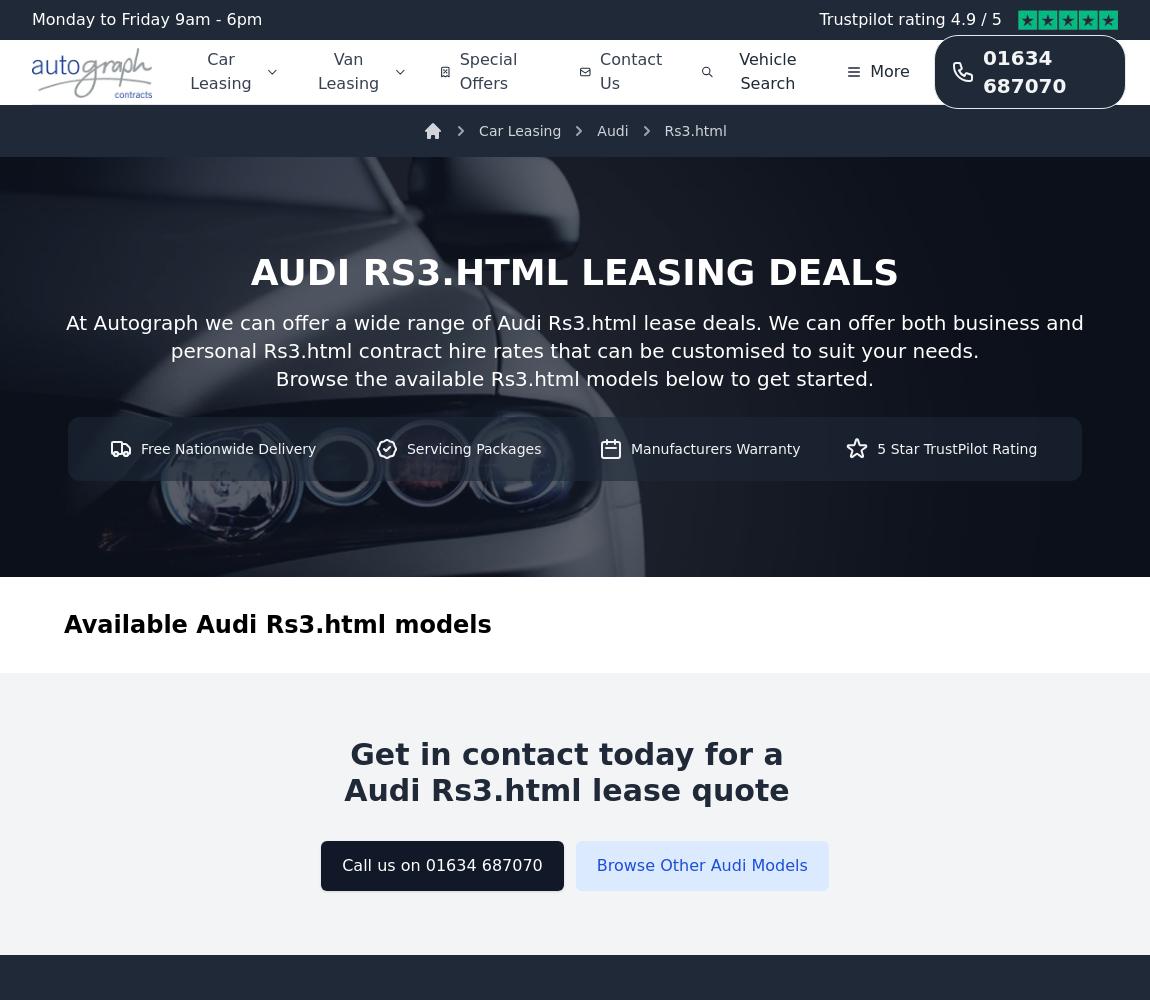 The height and width of the screenshot is (1000, 1150). I want to click on '5 Star TrustPilot Rating', so click(957, 448).